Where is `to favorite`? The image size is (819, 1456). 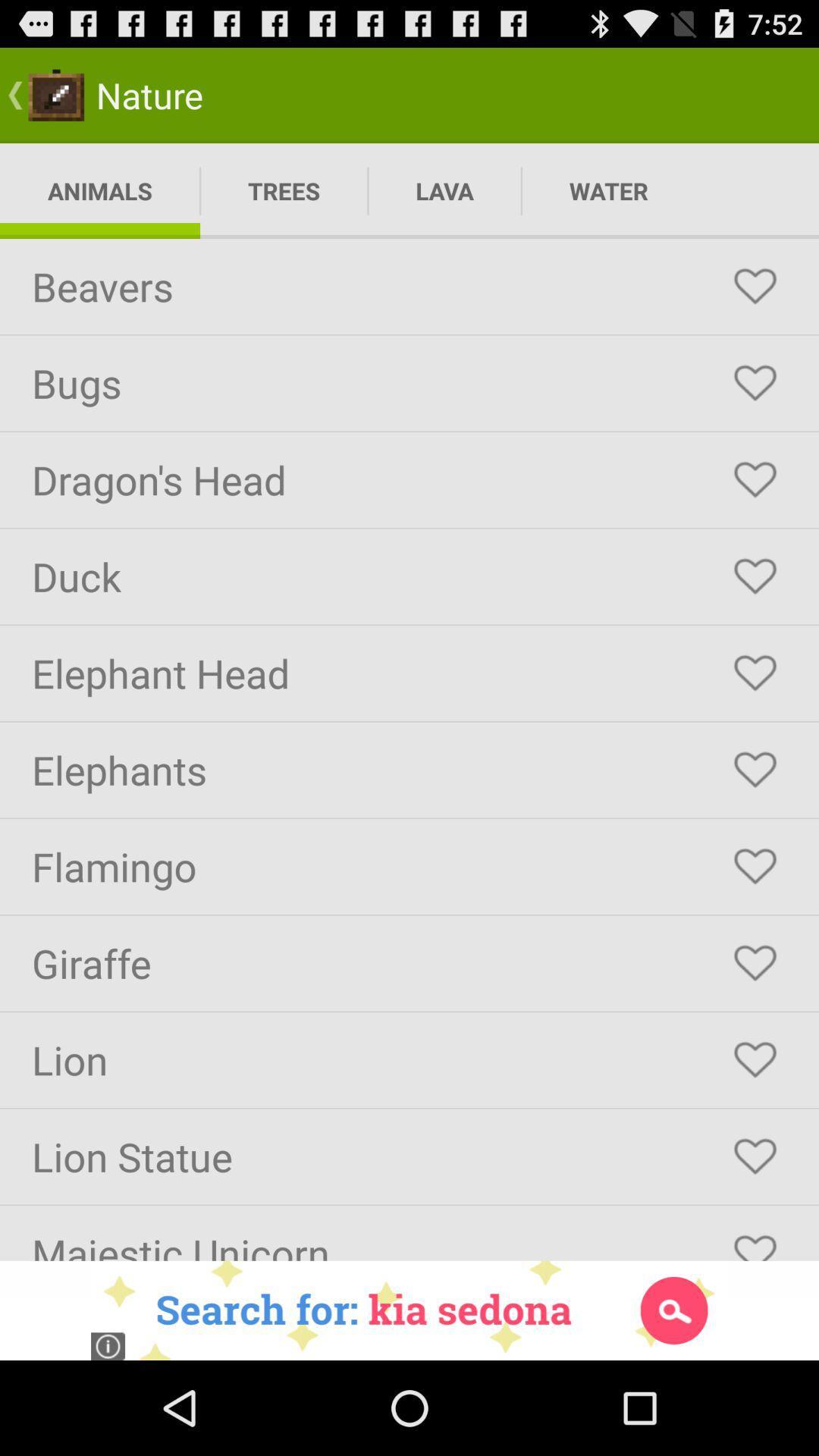 to favorite is located at coordinates (755, 1059).